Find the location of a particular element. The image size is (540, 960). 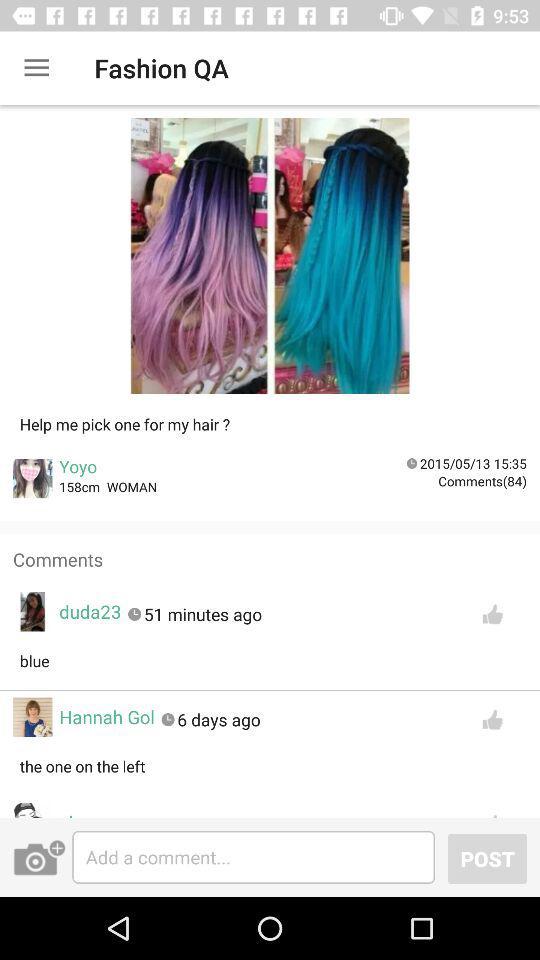

photo is located at coordinates (39, 856).